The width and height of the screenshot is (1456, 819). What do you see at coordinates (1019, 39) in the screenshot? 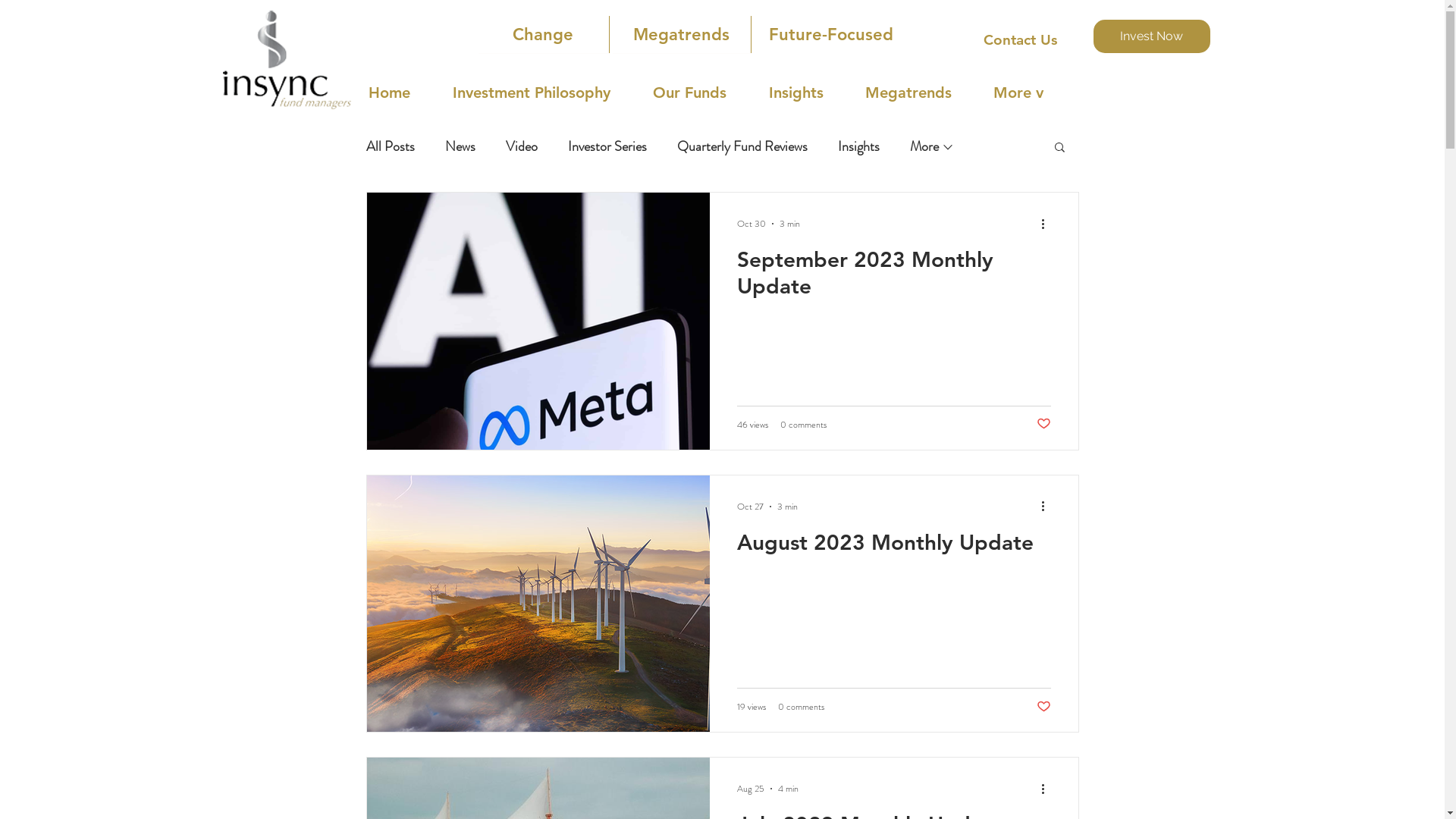
I see `'Contact Us'` at bounding box center [1019, 39].